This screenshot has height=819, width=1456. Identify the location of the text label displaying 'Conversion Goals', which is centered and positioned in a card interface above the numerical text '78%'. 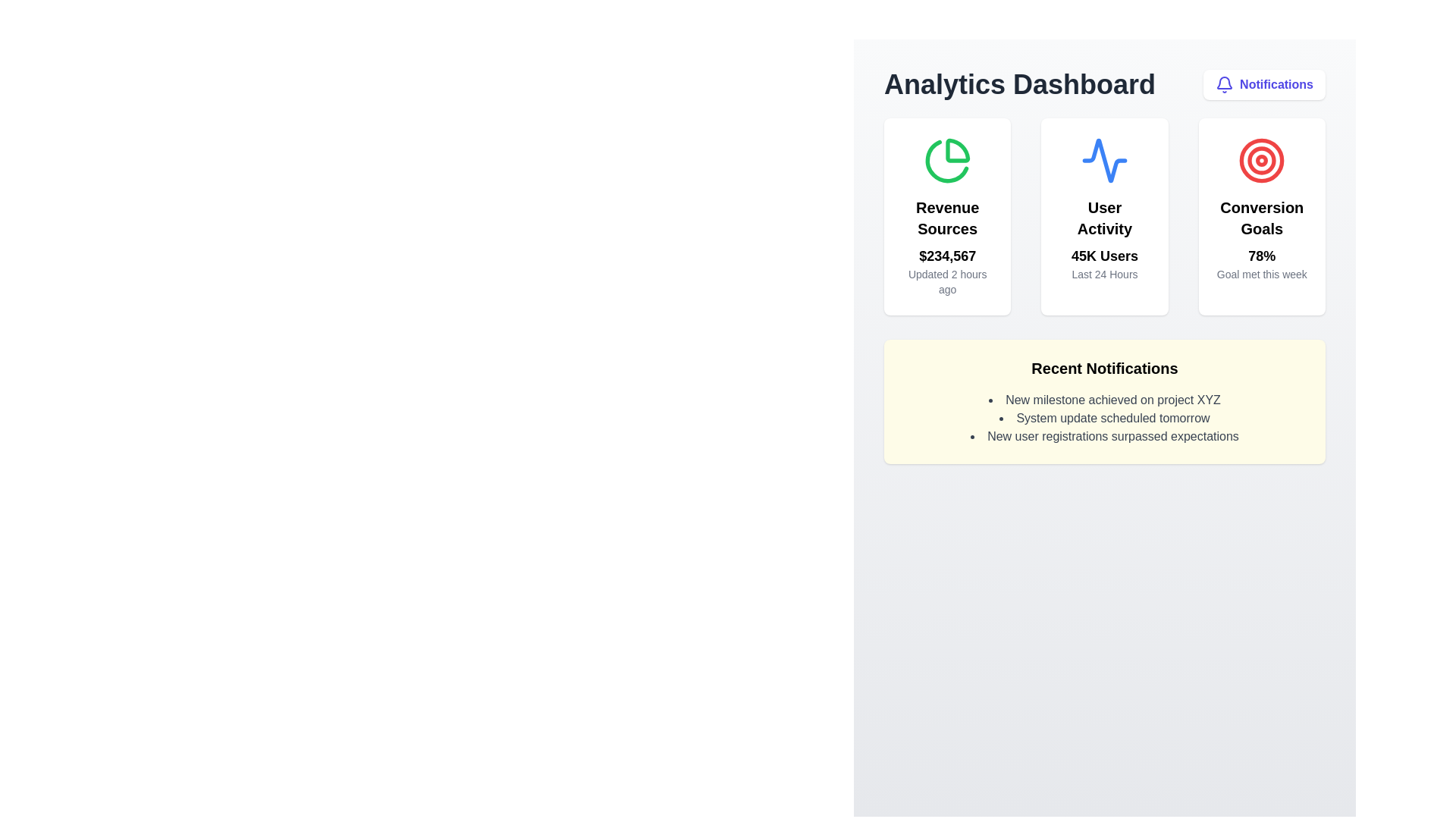
(1262, 218).